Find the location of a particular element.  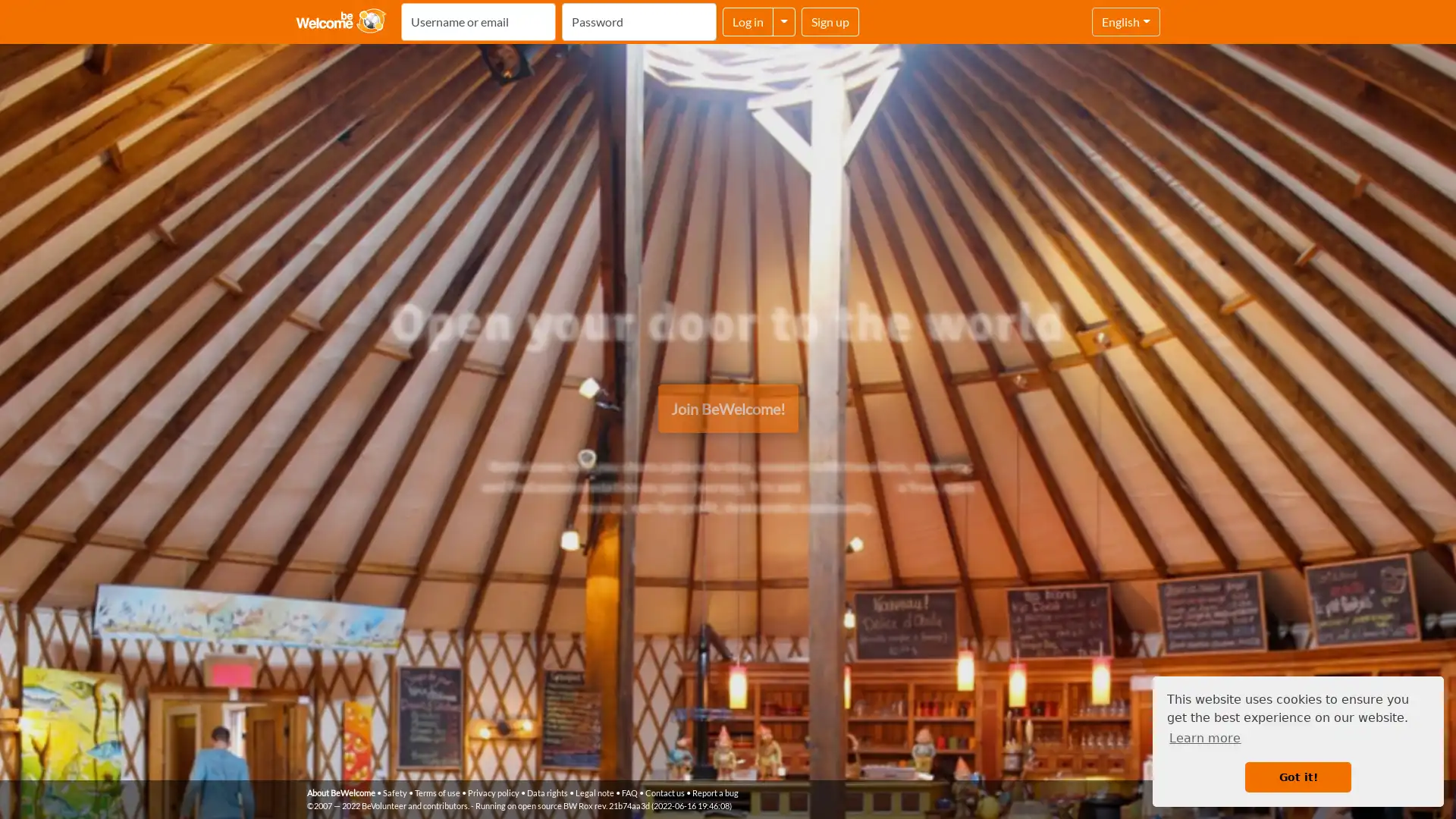

learn more about cookies is located at coordinates (1203, 737).